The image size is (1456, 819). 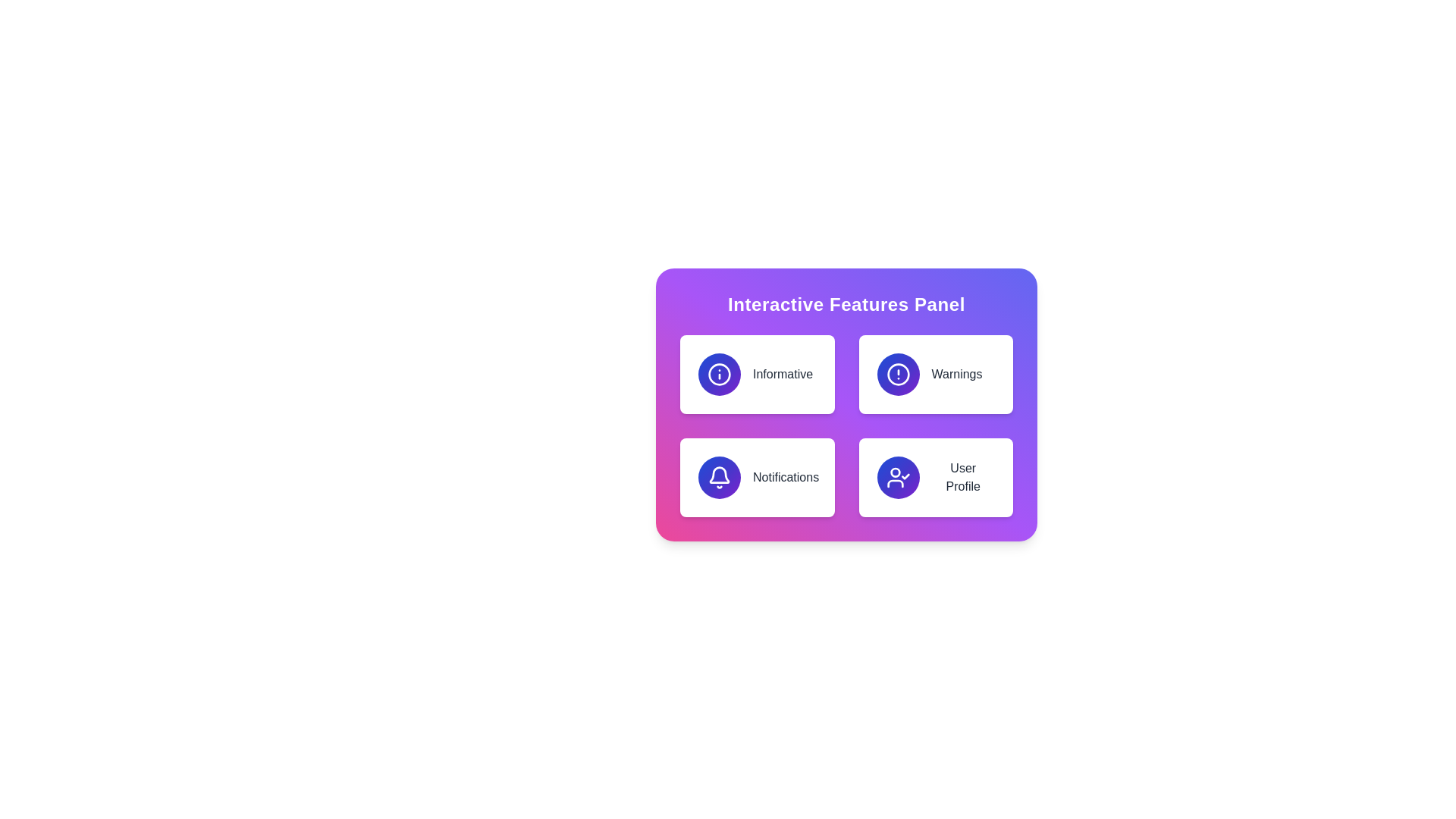 What do you see at coordinates (898, 476) in the screenshot?
I see `the User Profile button located in the bottom-right quadrant of the Interactive Features Panel` at bounding box center [898, 476].